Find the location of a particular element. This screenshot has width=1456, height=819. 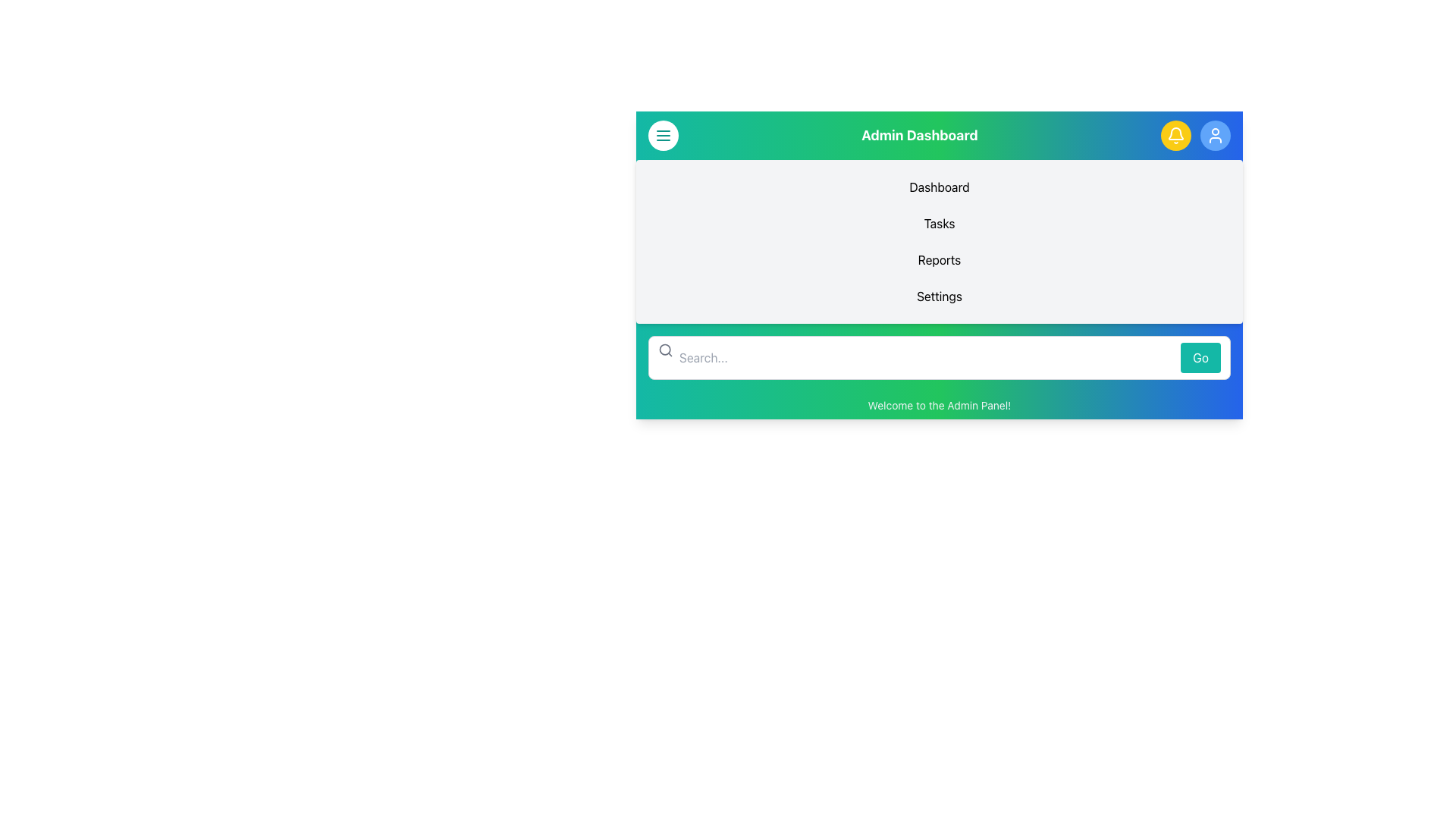

the bell icon located in the top-right corner of the interface is located at coordinates (1175, 134).